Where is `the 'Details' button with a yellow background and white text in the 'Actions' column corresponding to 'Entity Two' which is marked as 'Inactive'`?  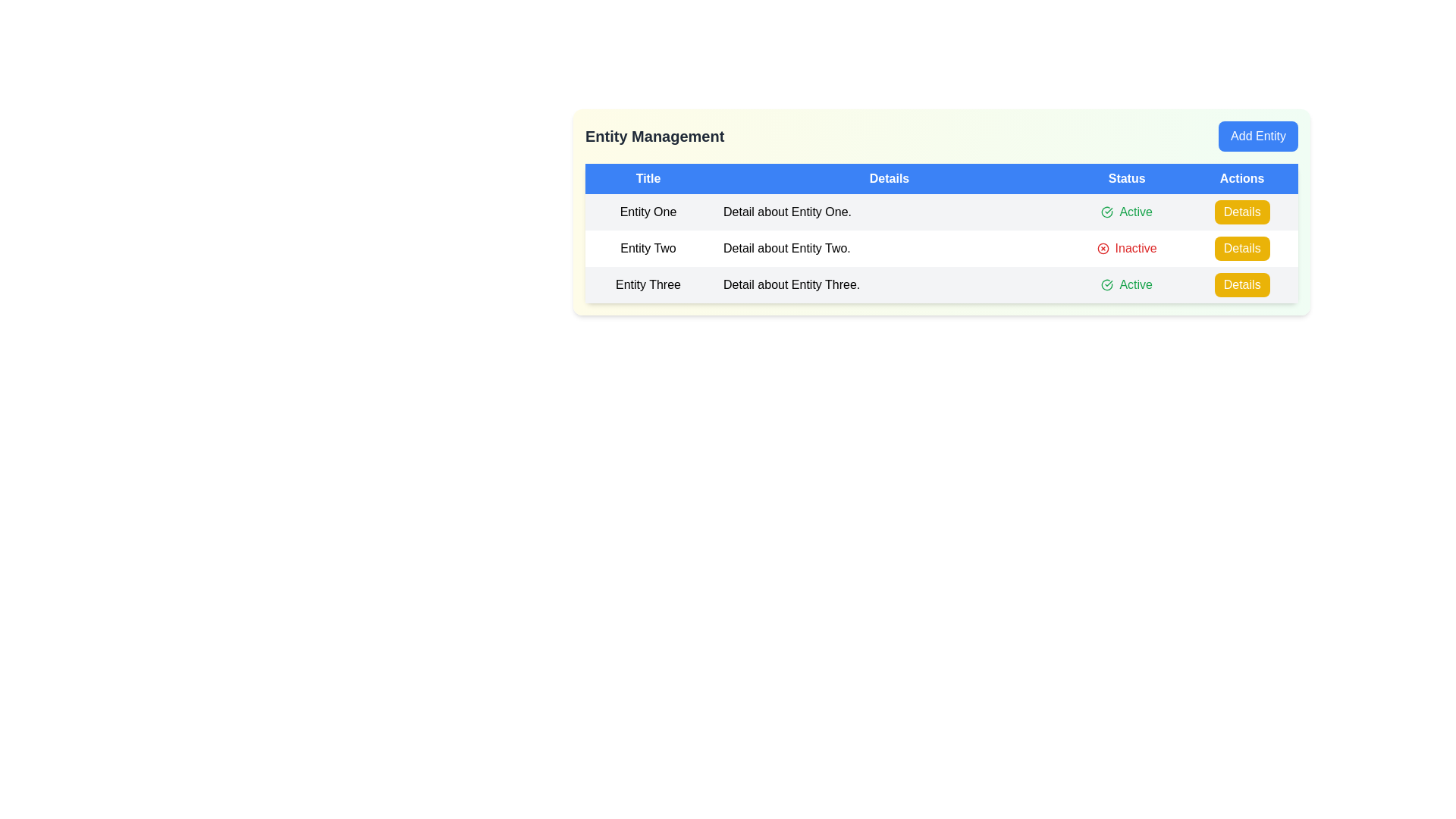 the 'Details' button with a yellow background and white text in the 'Actions' column corresponding to 'Entity Two' which is marked as 'Inactive' is located at coordinates (1241, 247).